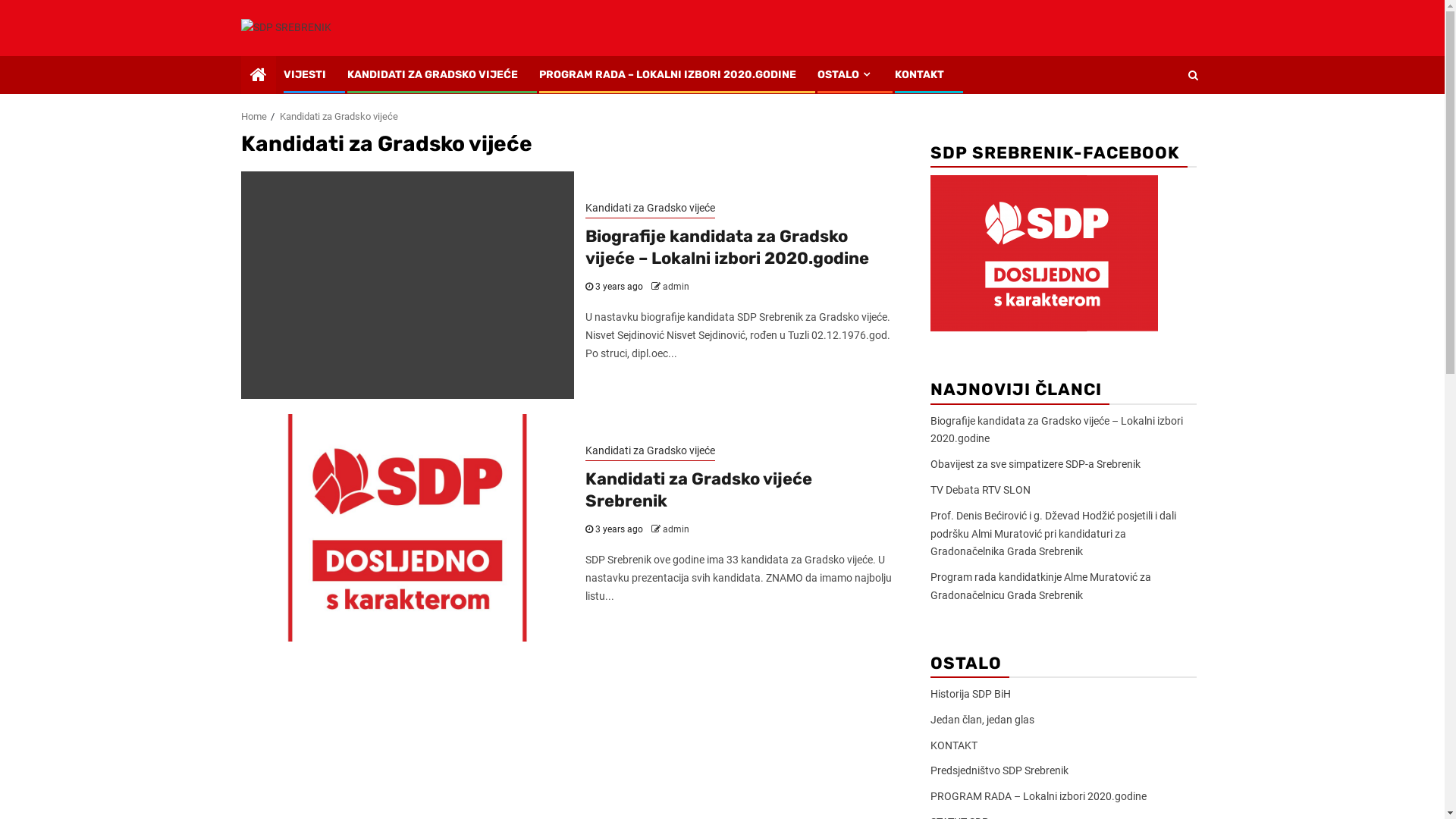  I want to click on 'KONTAKT', so click(952, 745).